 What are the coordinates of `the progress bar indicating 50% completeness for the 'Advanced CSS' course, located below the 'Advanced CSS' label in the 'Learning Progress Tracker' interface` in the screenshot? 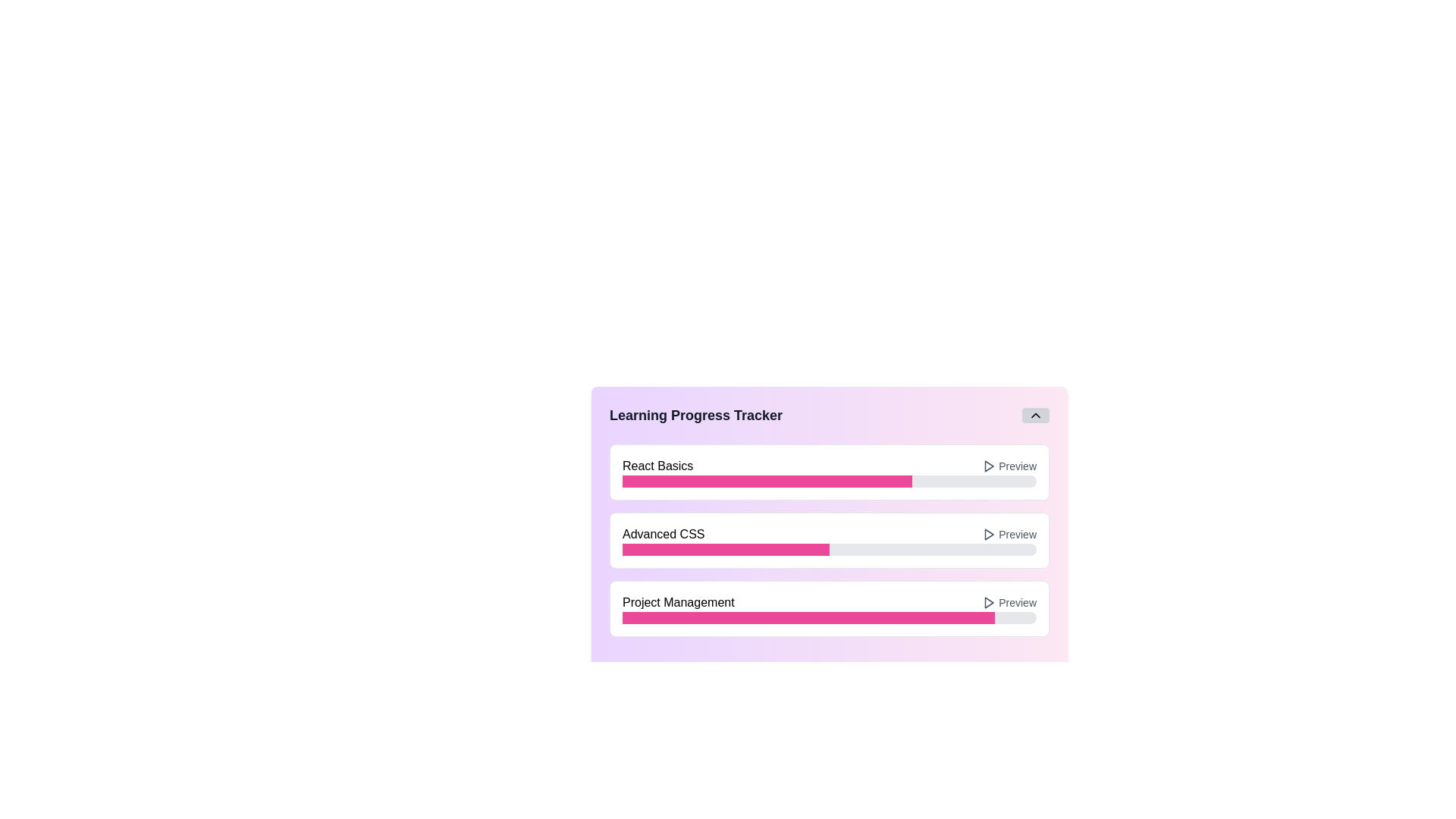 It's located at (829, 550).